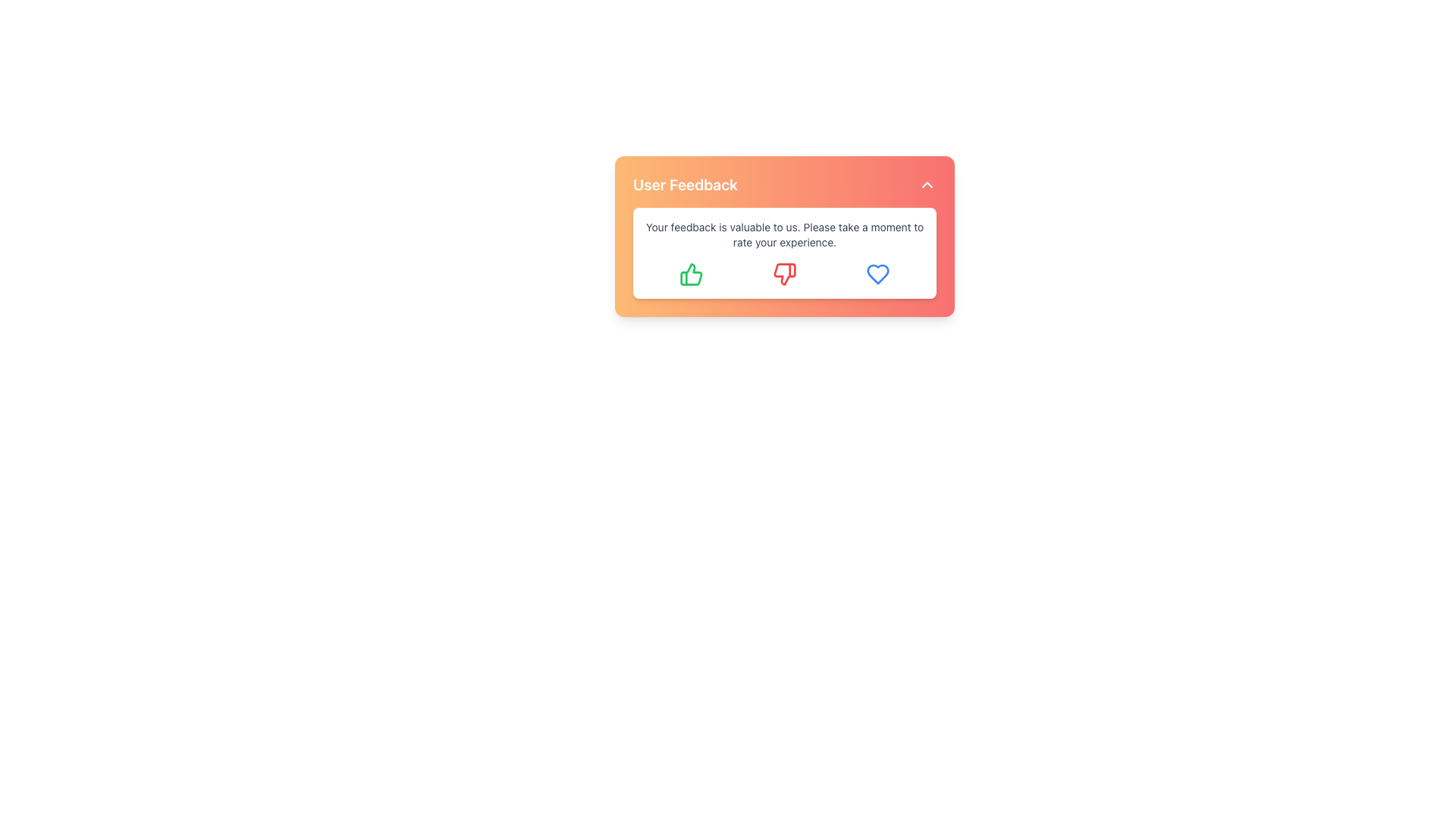 The height and width of the screenshot is (819, 1456). Describe the element at coordinates (691, 275) in the screenshot. I see `the green thumbs-up icon located in the middle of the feedback card to indicate approval` at that location.